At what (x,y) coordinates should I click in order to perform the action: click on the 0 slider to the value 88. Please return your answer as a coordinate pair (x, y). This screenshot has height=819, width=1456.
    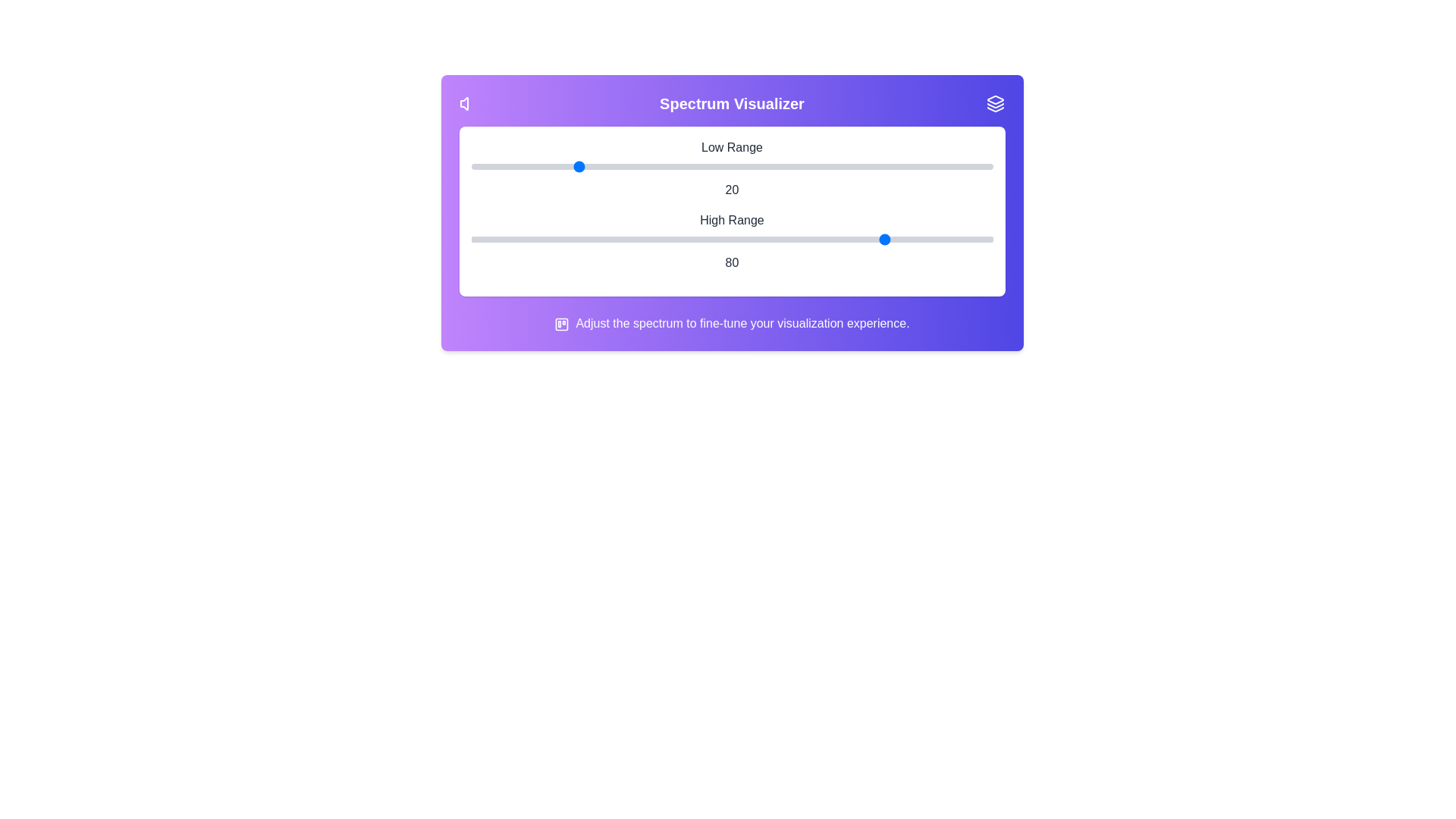
    Looking at the image, I should click on (929, 166).